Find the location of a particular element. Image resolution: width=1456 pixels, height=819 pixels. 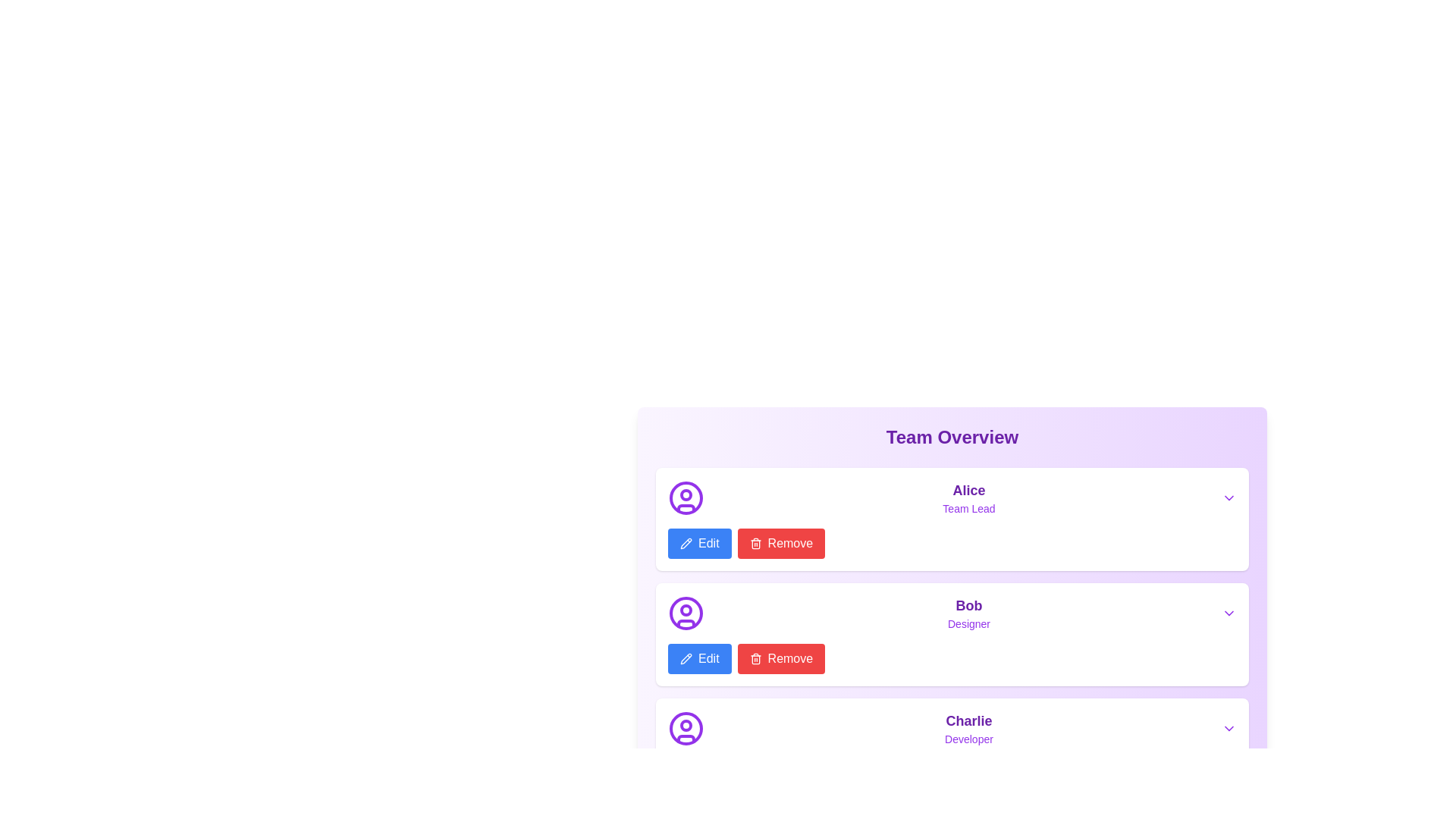

the profile summary card entry for 'Alice' is located at coordinates (952, 497).